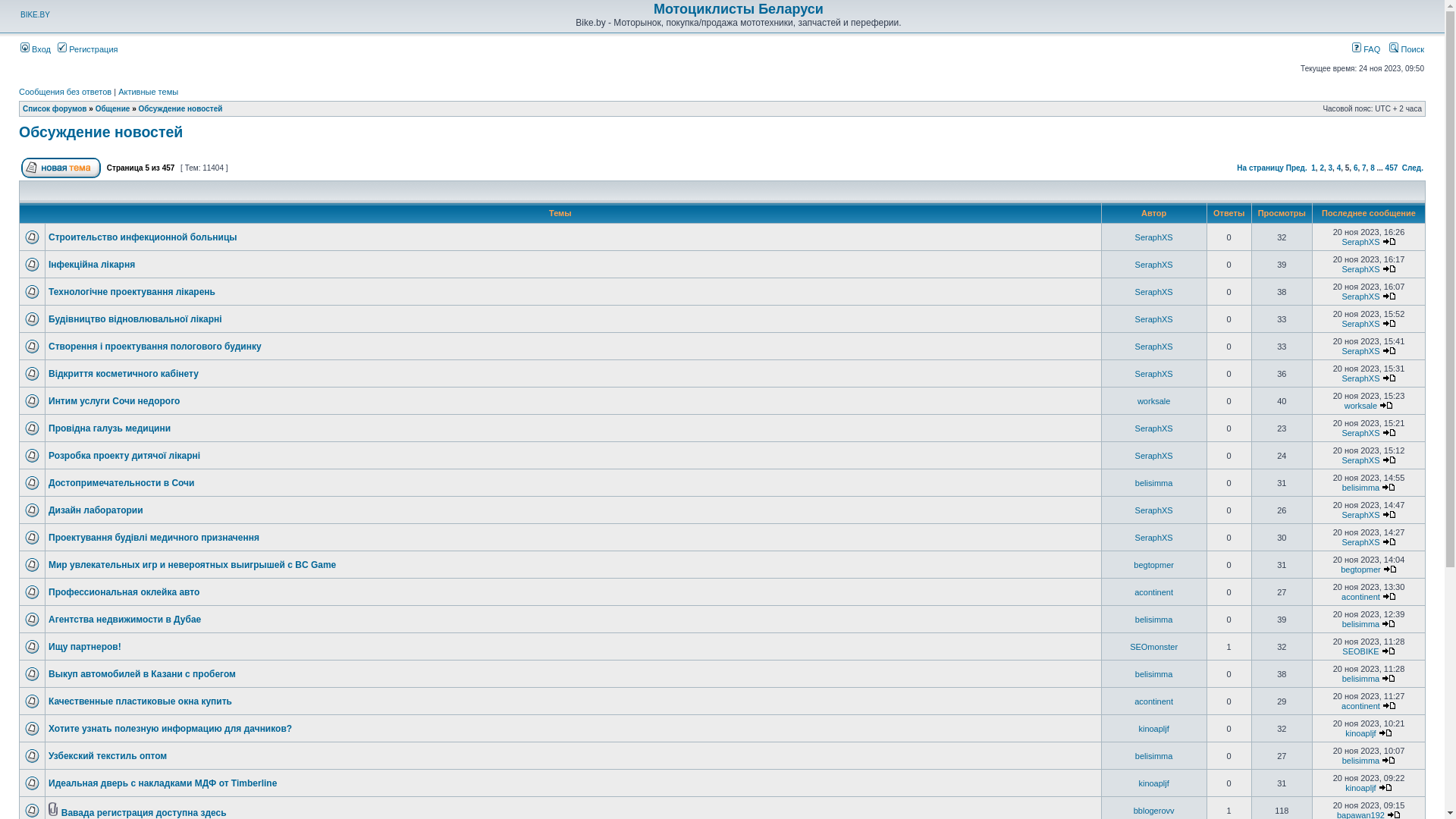 The width and height of the screenshot is (1456, 819). I want to click on '7', so click(1364, 168).